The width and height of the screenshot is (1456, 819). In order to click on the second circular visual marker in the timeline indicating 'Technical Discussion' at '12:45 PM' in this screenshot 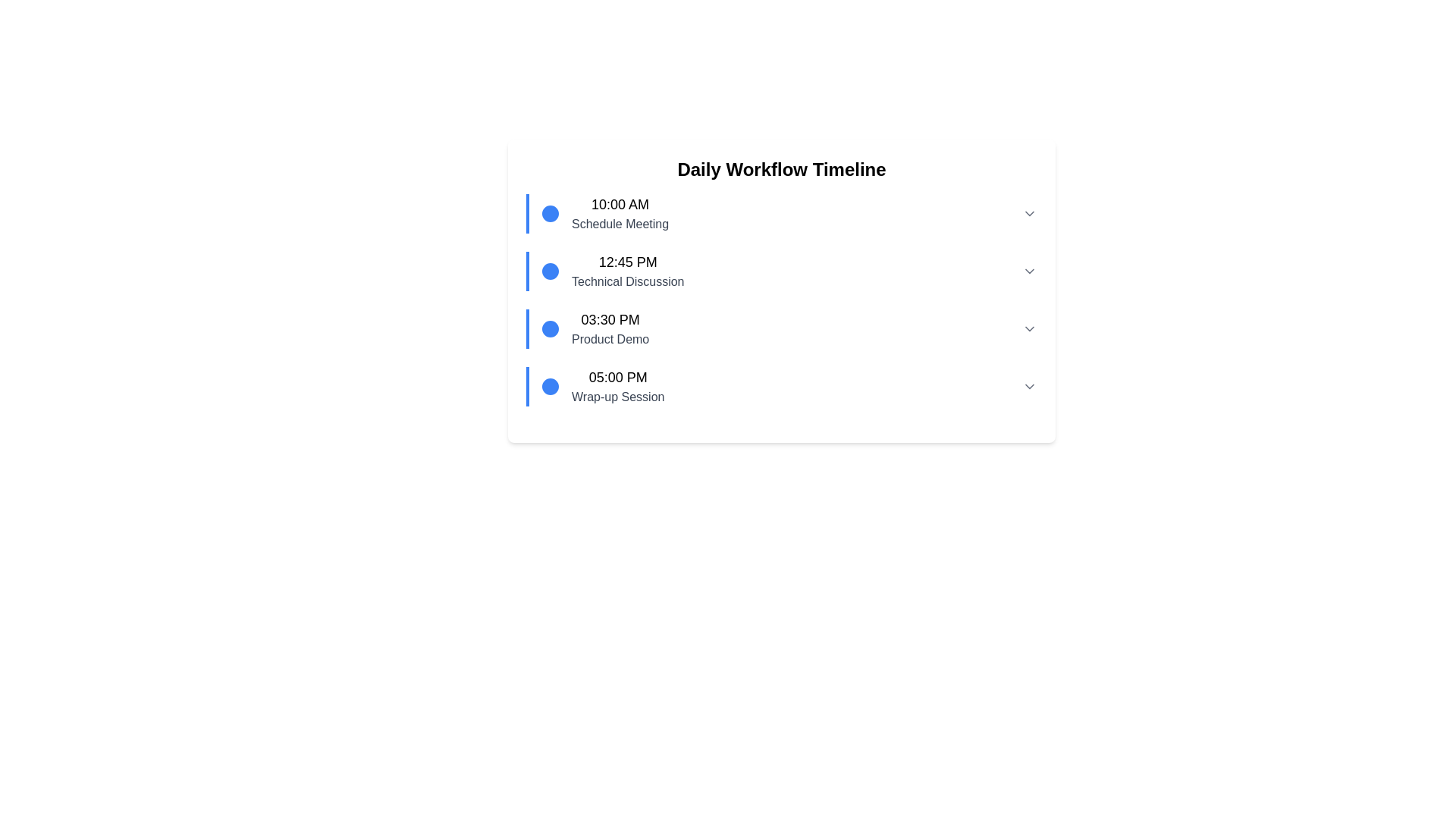, I will do `click(549, 271)`.